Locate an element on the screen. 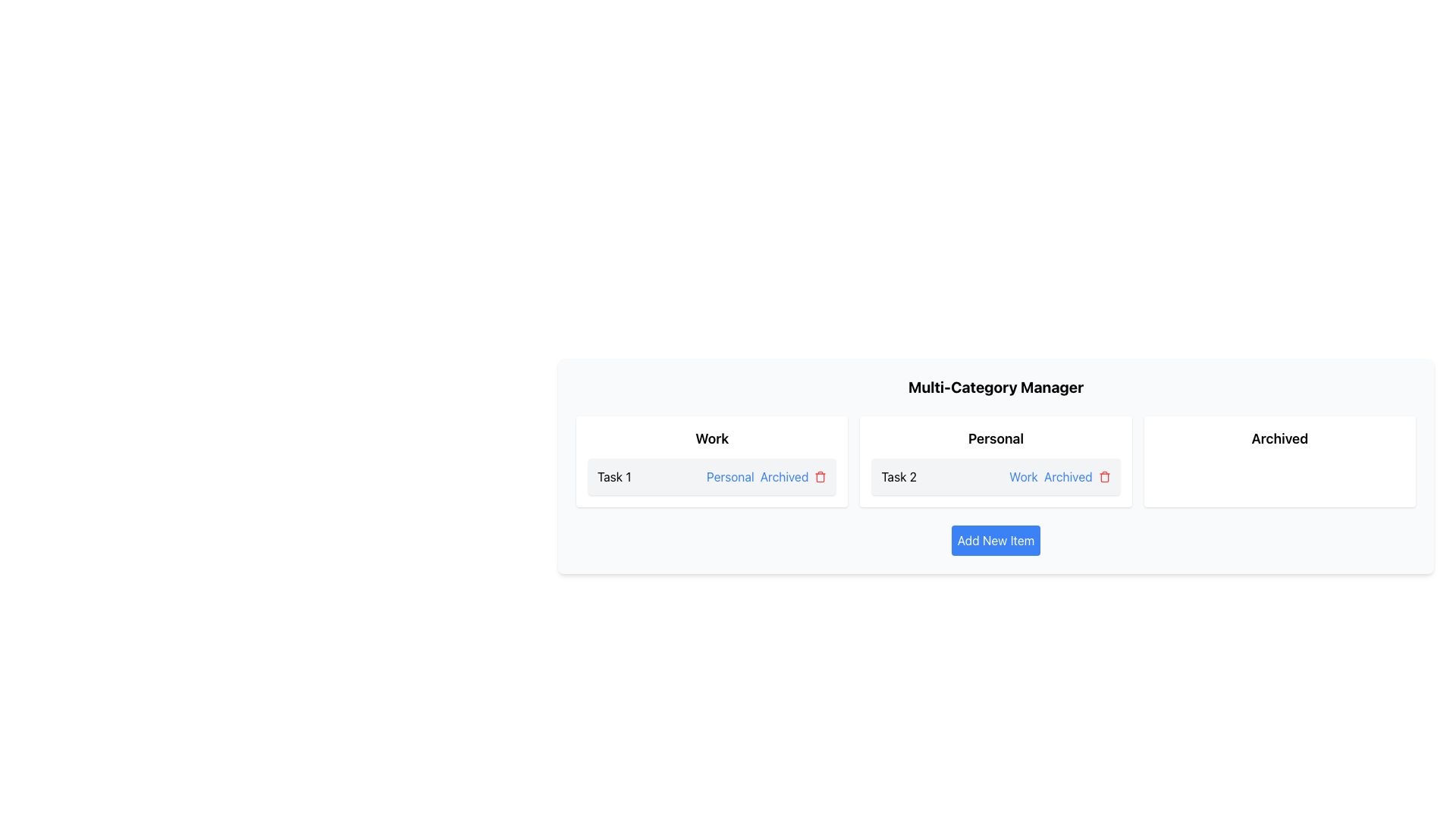 The width and height of the screenshot is (1456, 819). the second hyperlink in the group of inline elements, located between the 'Work' link and a red icon is located at coordinates (1067, 475).